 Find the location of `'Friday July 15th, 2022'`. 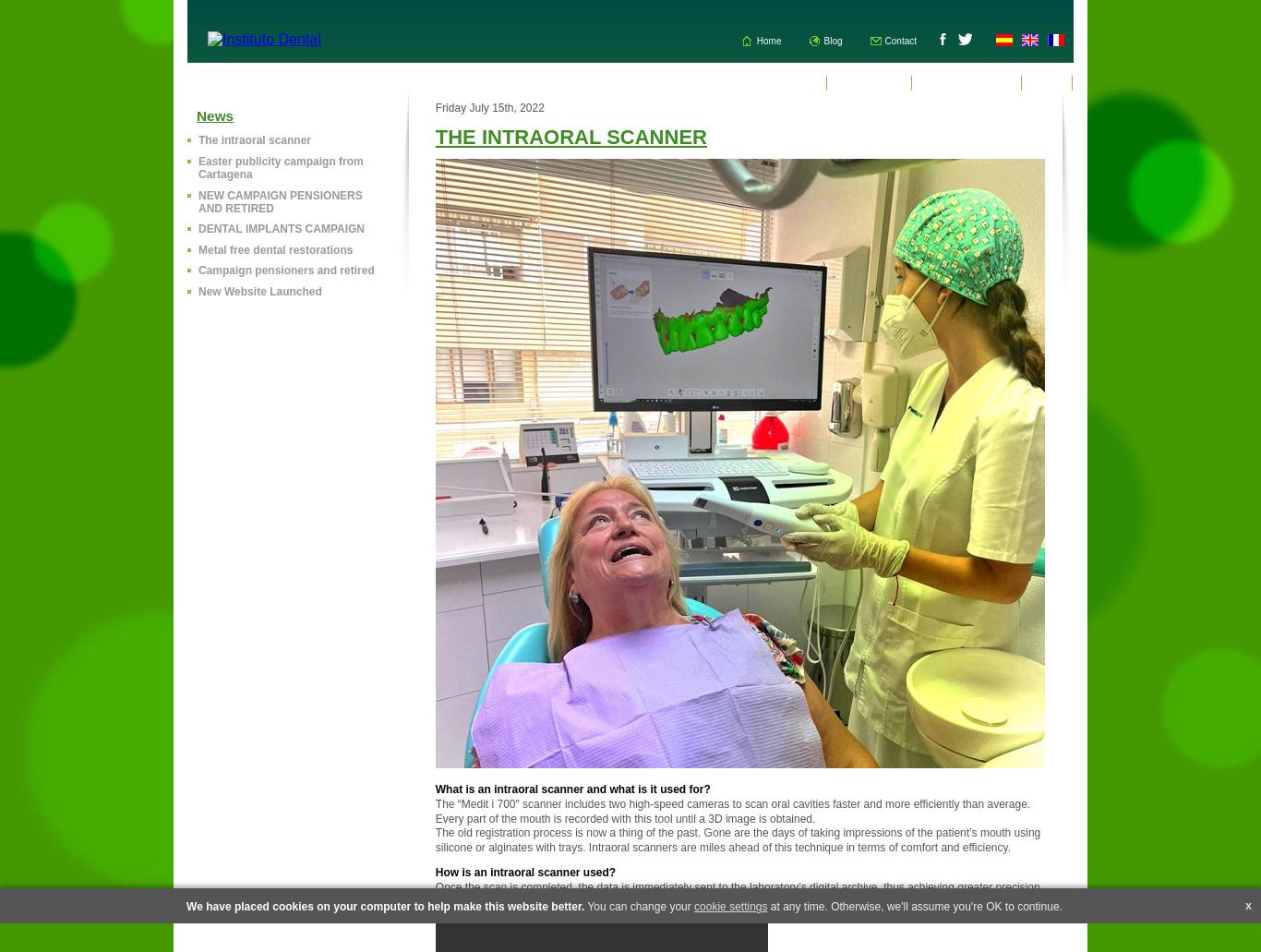

'Friday July 15th, 2022' is located at coordinates (489, 107).